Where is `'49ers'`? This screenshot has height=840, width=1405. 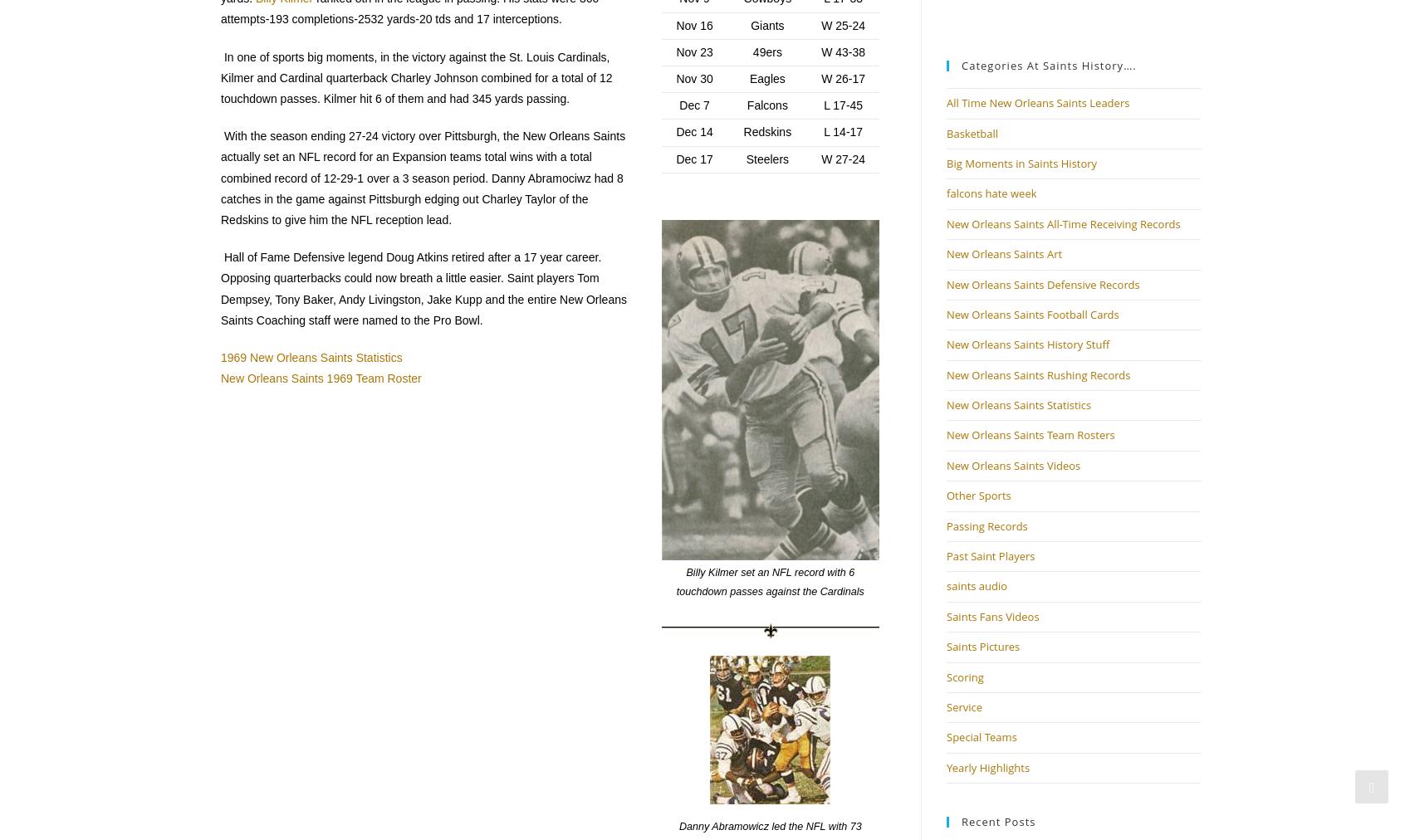 '49ers' is located at coordinates (751, 51).